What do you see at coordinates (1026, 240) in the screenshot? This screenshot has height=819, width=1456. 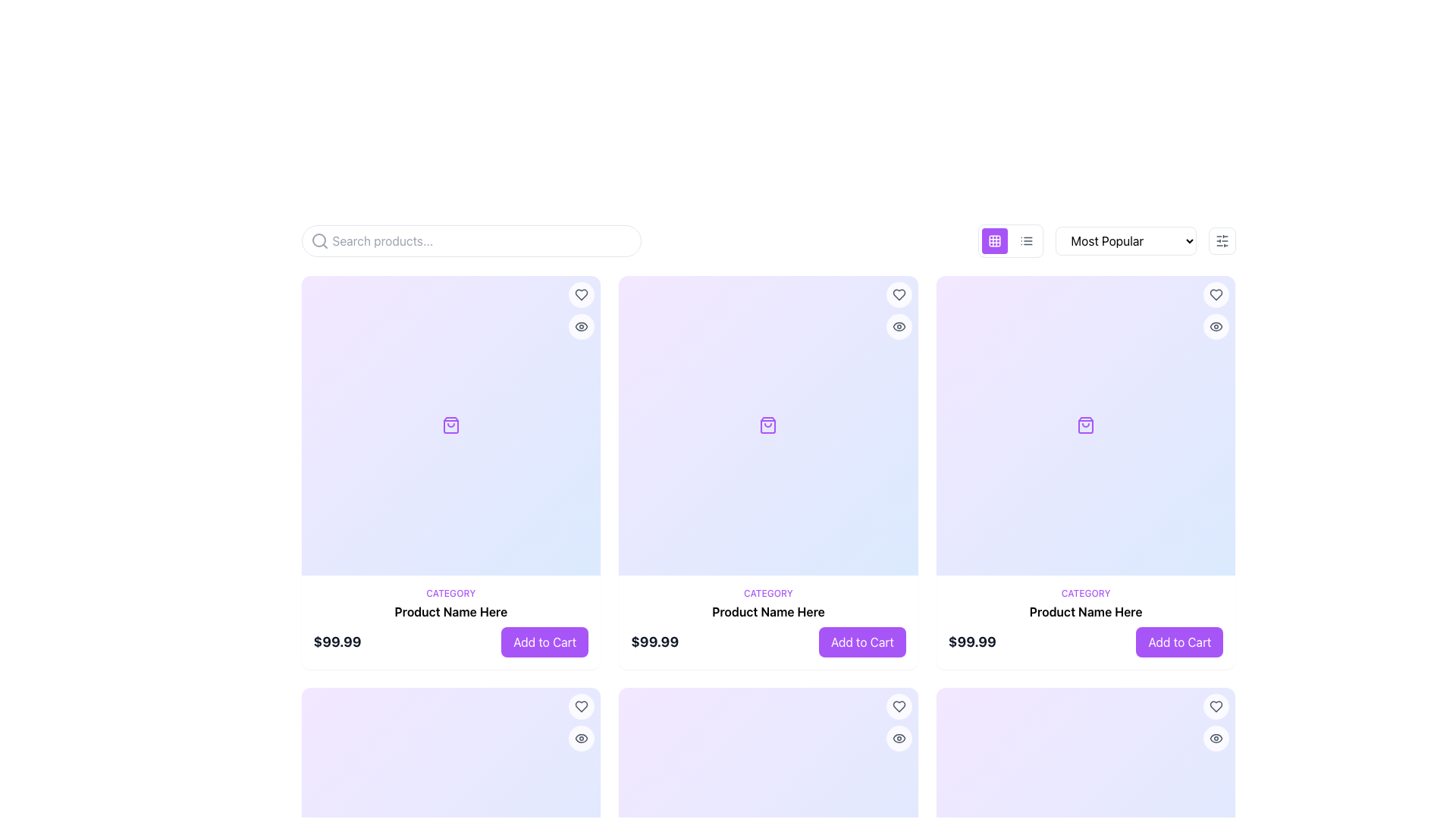 I see `the second button in the utility section of the upper-right corner of the interface for interaction` at bounding box center [1026, 240].